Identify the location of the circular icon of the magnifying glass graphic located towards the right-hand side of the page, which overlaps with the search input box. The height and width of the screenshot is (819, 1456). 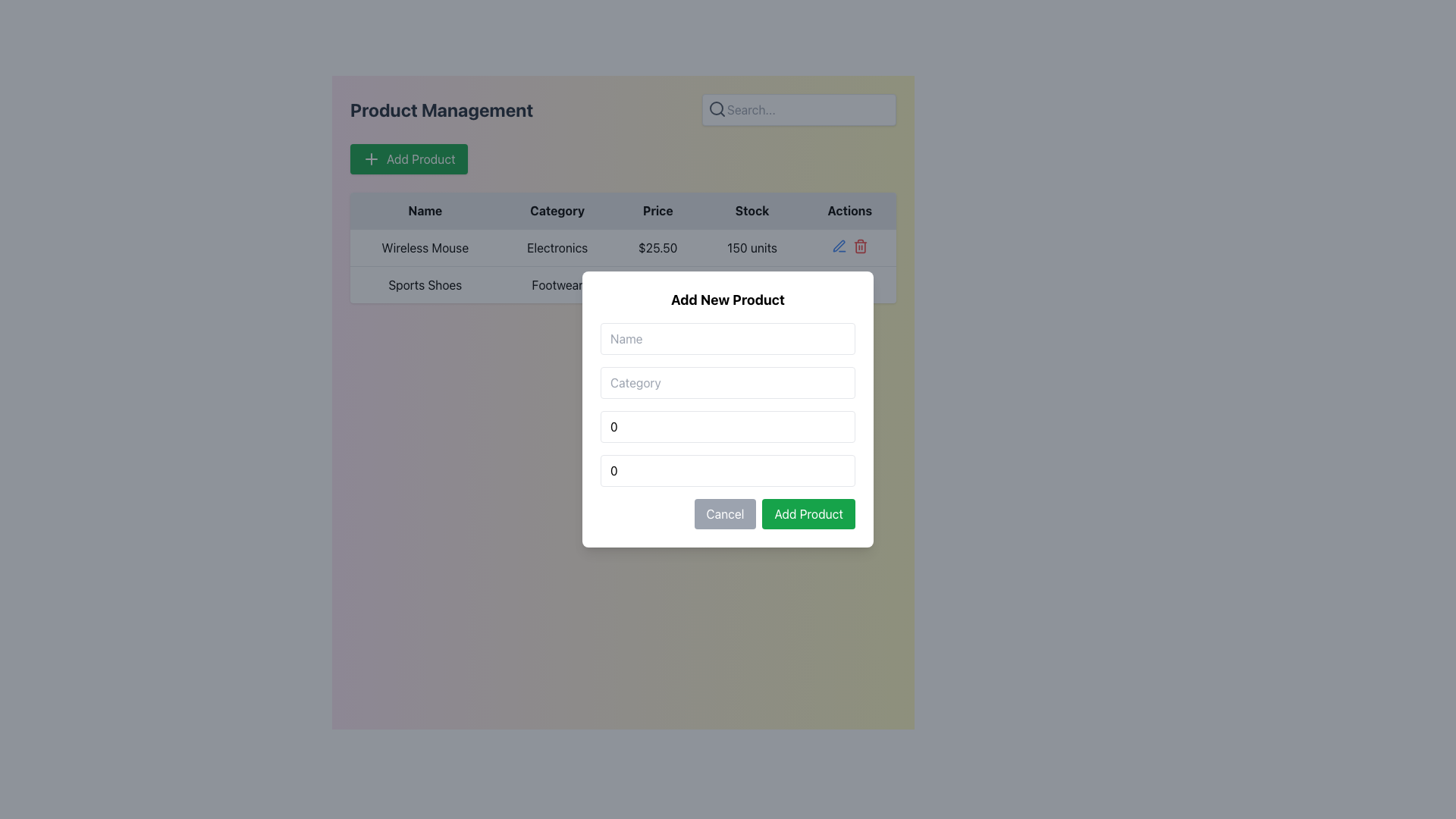
(716, 107).